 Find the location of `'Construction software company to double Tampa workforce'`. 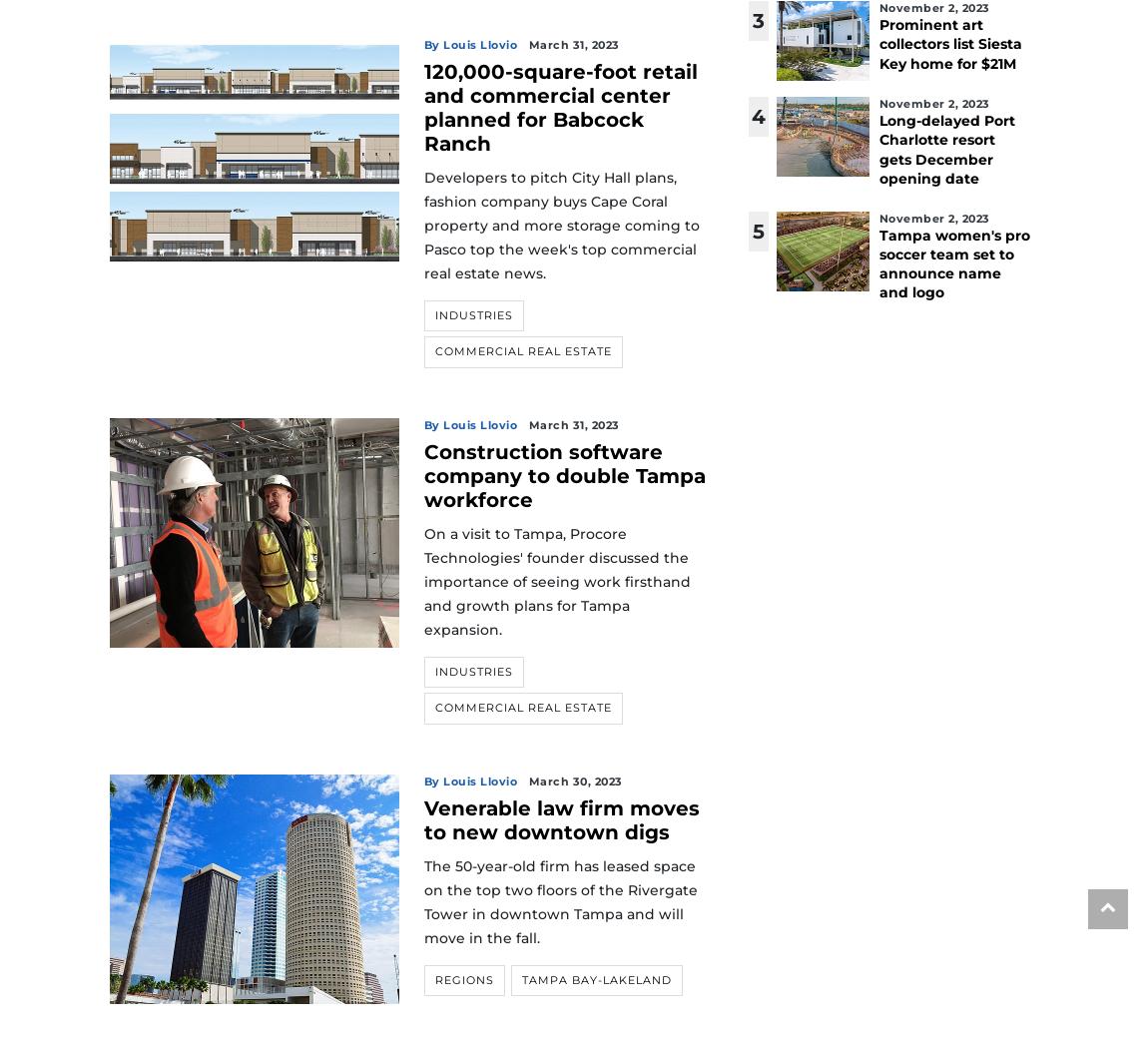

'Construction software company to double Tampa workforce' is located at coordinates (563, 473).